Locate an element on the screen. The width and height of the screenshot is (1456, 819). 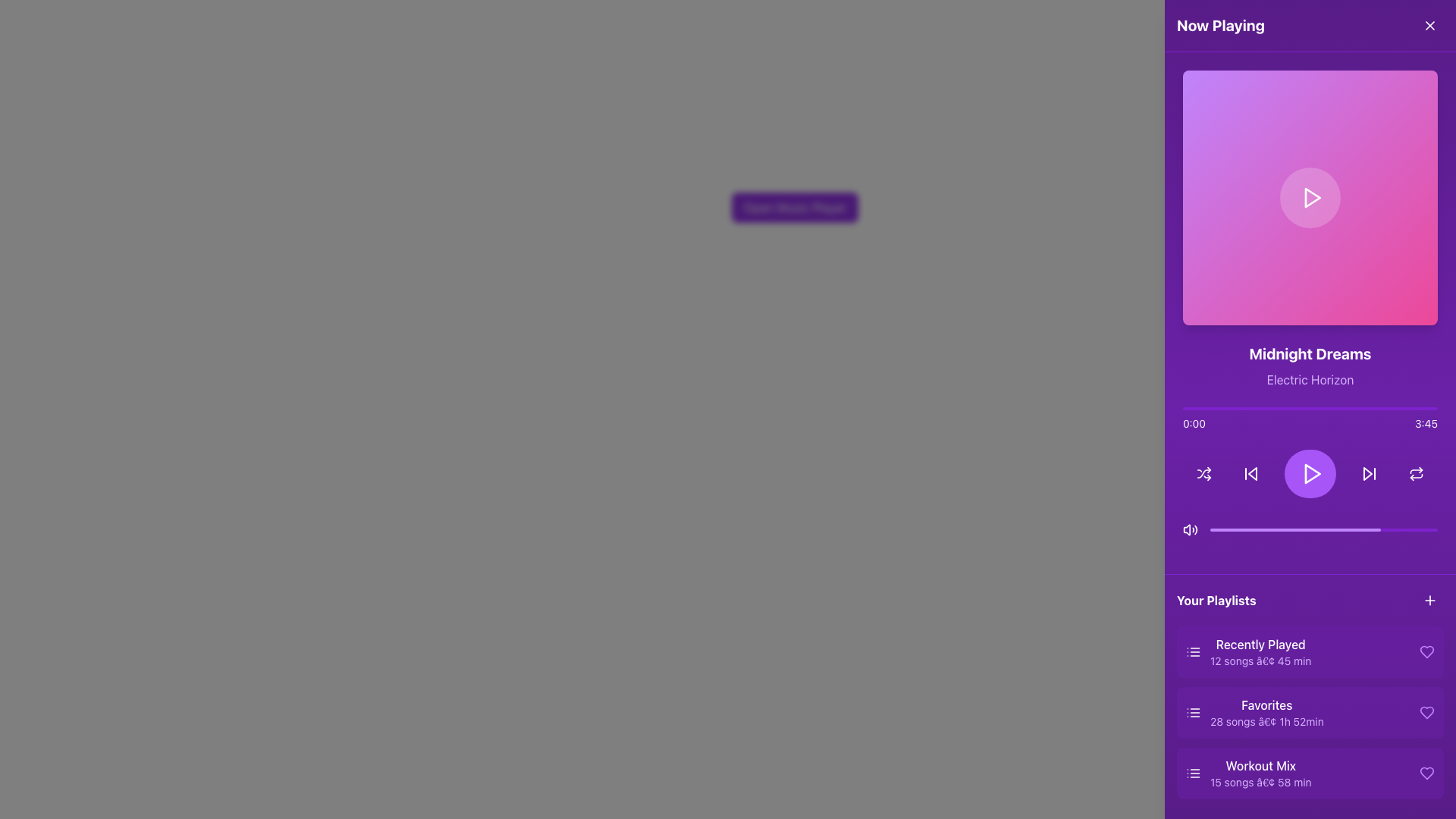
the 'Workout Mix' playlist button located in the right sidebar under 'Your Playlists' is located at coordinates (1248, 773).